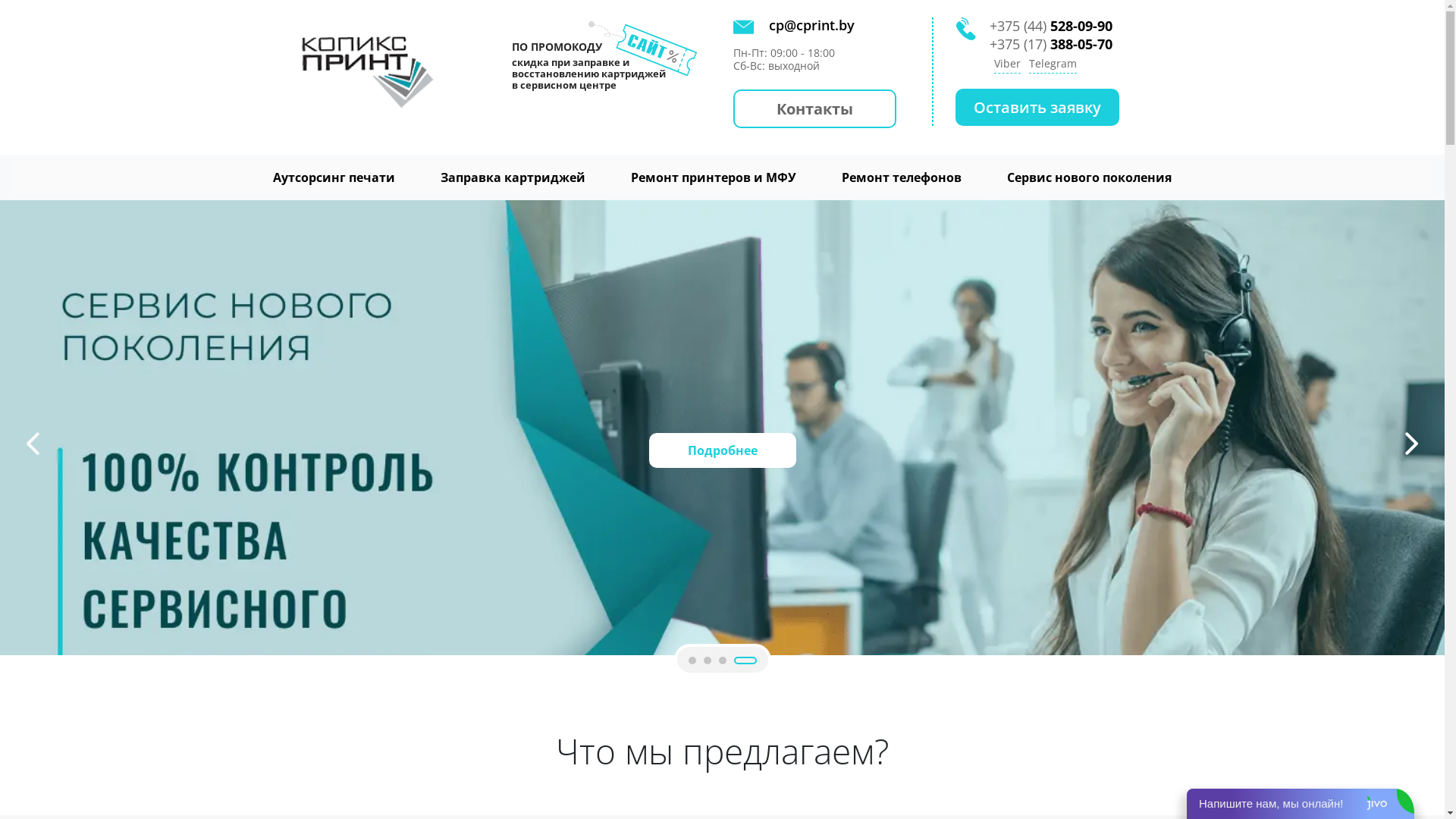 This screenshot has width=1456, height=819. Describe the element at coordinates (990, 26) in the screenshot. I see `'+375 (44) 528-09-90'` at that location.